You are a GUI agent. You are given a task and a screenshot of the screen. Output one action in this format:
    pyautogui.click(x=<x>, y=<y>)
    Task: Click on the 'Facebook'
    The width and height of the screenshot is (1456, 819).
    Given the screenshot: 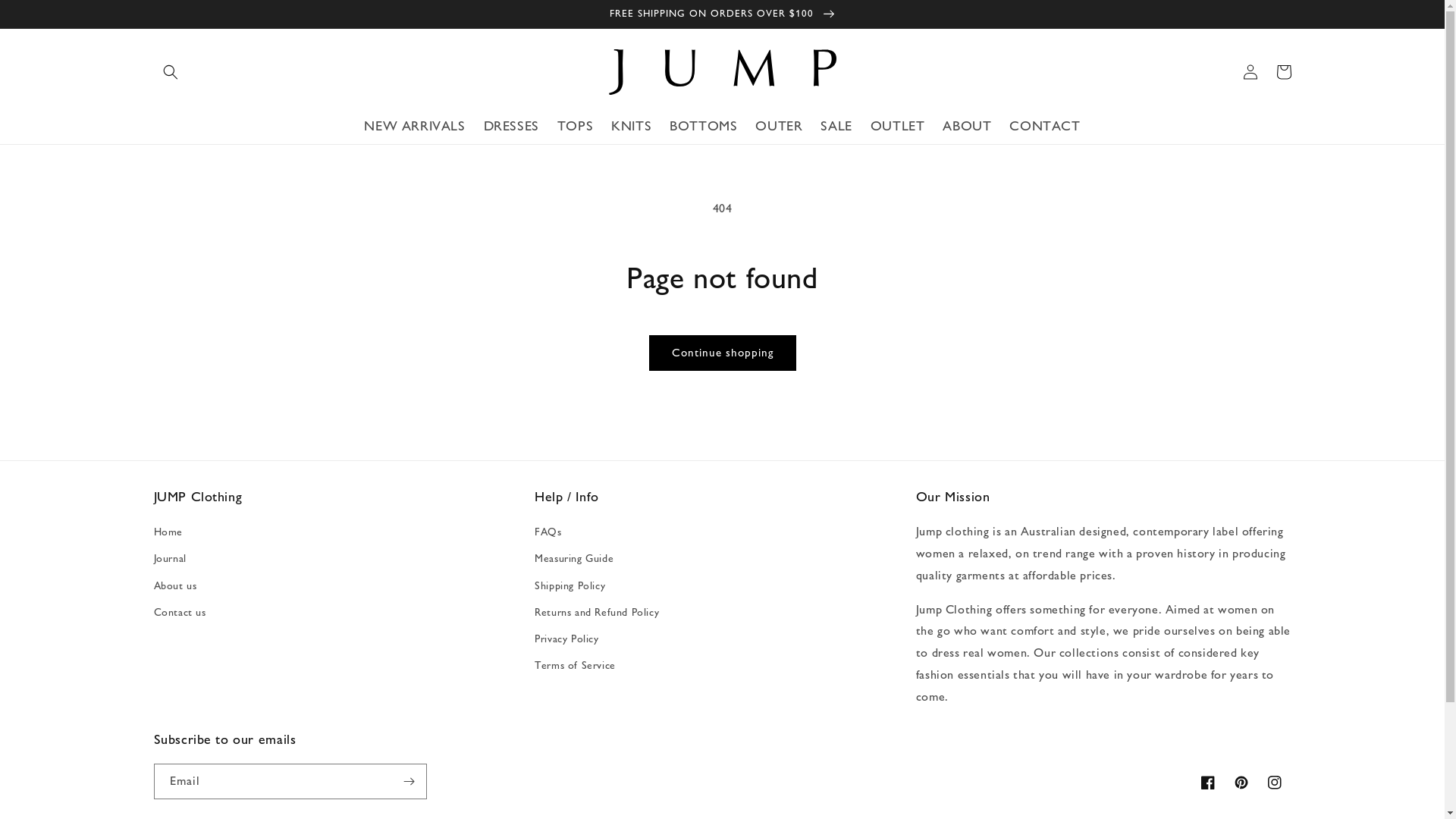 What is the action you would take?
    pyautogui.click(x=1207, y=783)
    